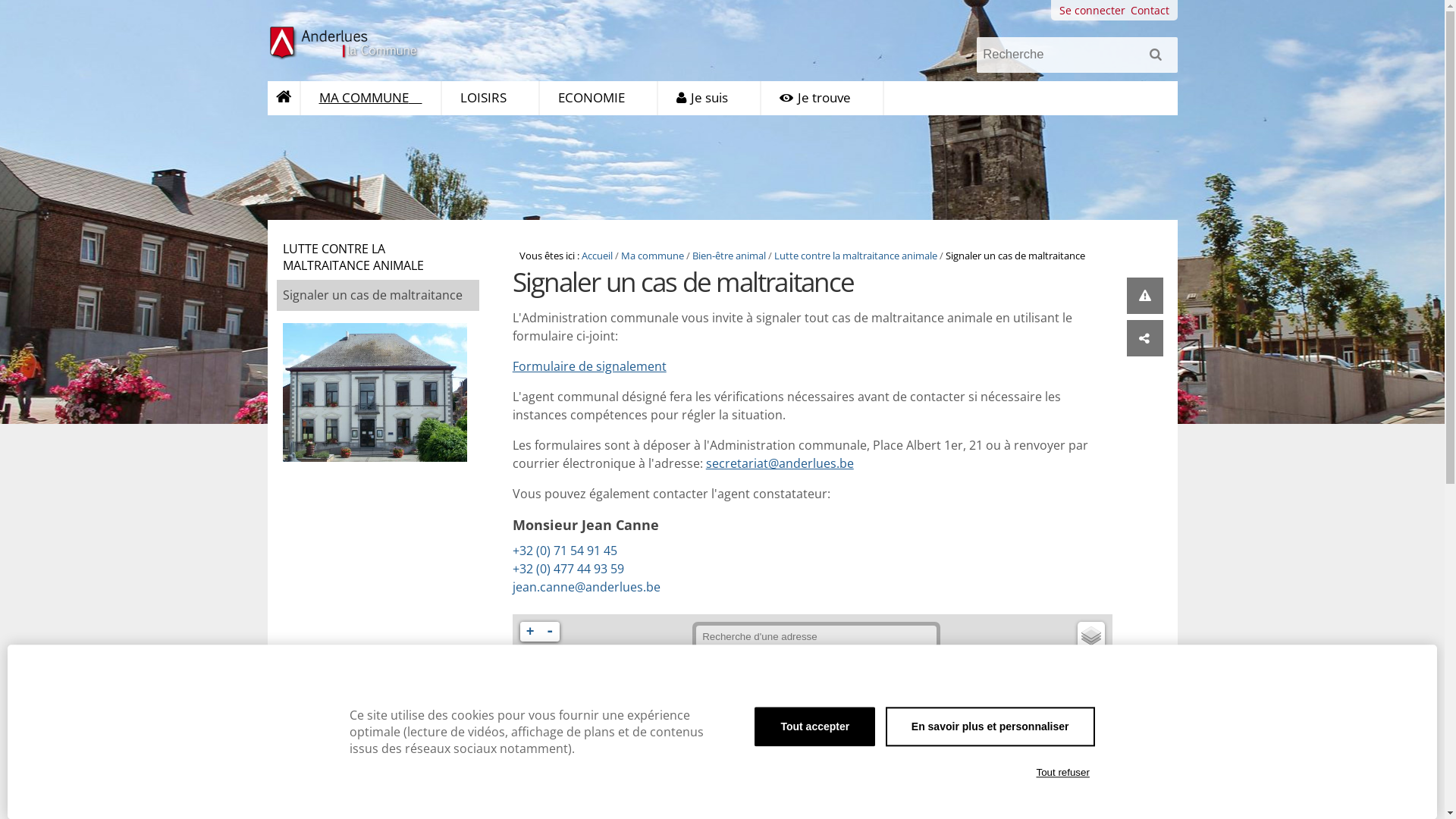 The width and height of the screenshot is (1456, 819). Describe the element at coordinates (814, 725) in the screenshot. I see `'Tout accepter'` at that location.